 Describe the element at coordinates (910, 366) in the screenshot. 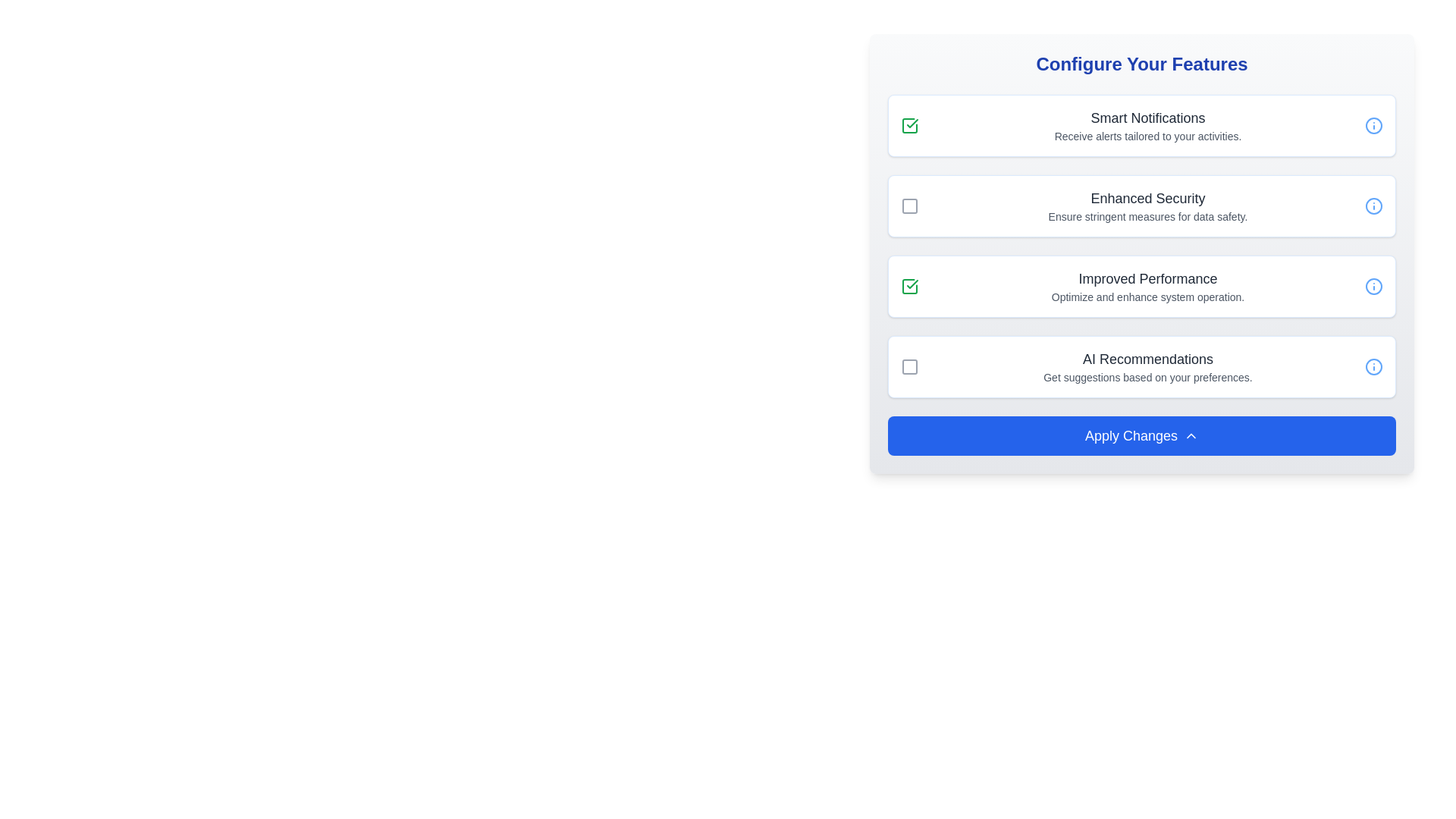

I see `the checkbox located on the left side of the 'AI Recommendations' configuration option` at that location.